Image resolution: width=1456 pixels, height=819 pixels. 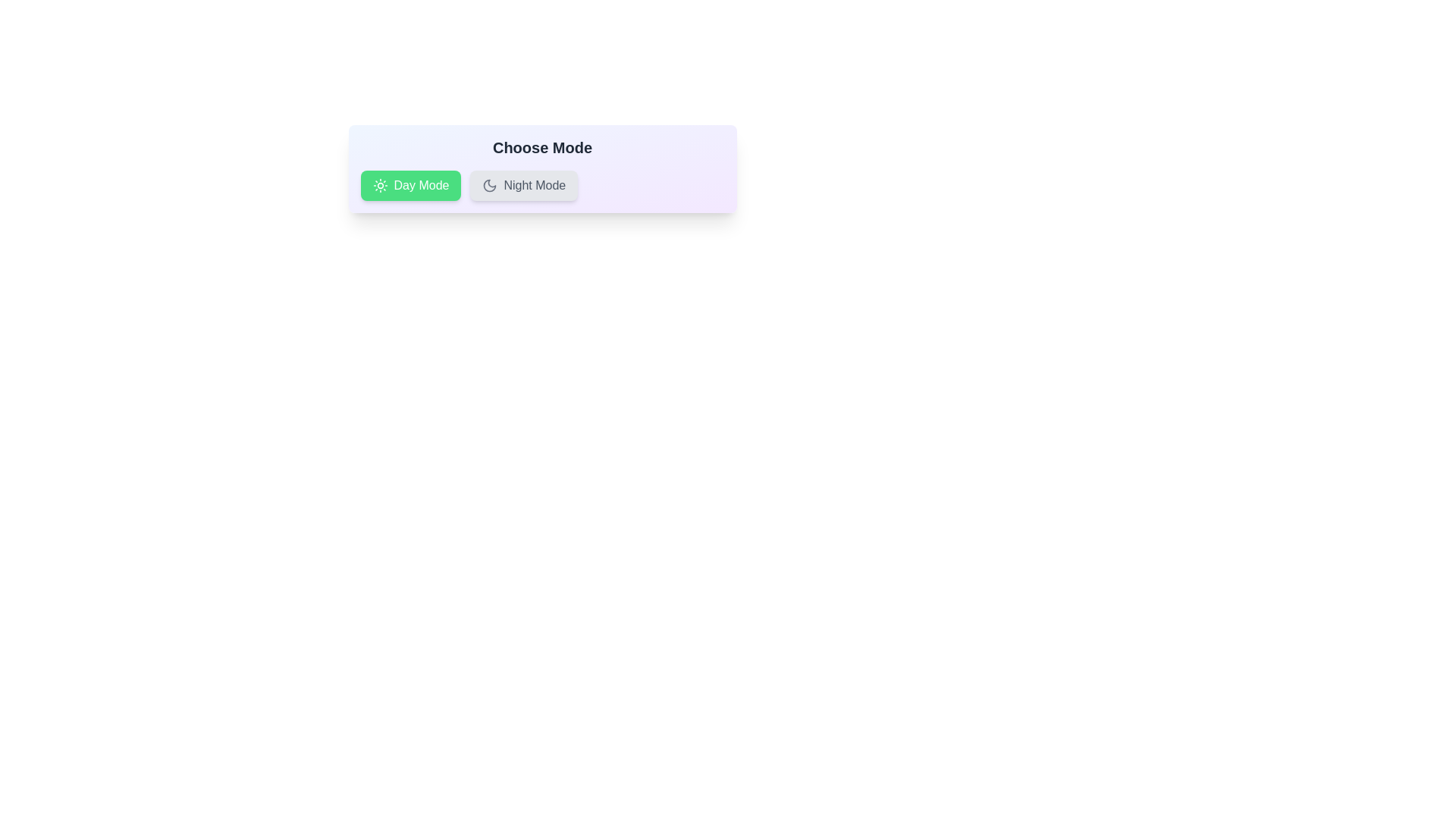 I want to click on the chip labeled Day Mode to open its context menu, so click(x=411, y=185).